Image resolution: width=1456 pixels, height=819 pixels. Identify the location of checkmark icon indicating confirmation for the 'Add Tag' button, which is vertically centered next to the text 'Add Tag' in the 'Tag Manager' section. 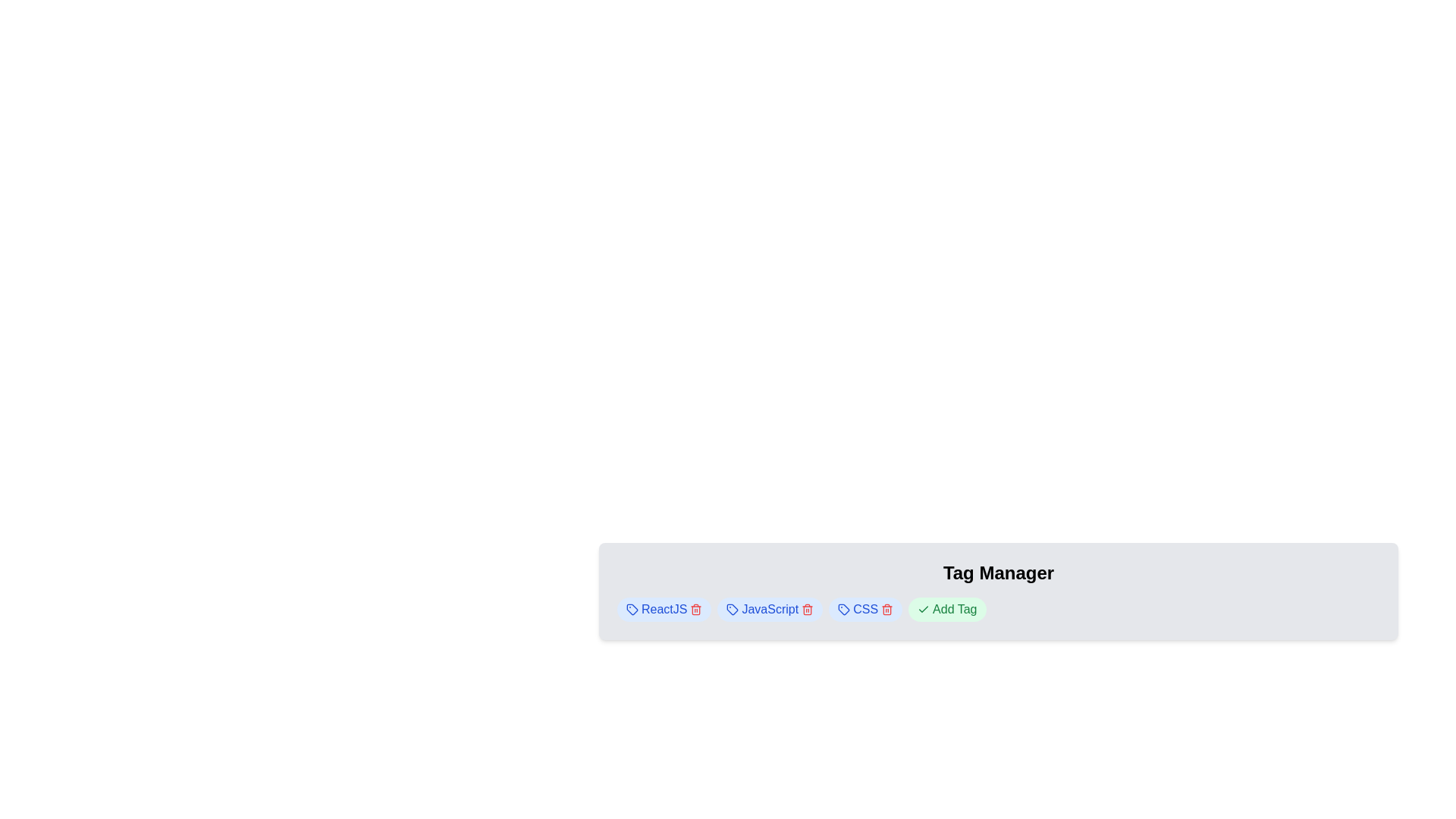
(923, 608).